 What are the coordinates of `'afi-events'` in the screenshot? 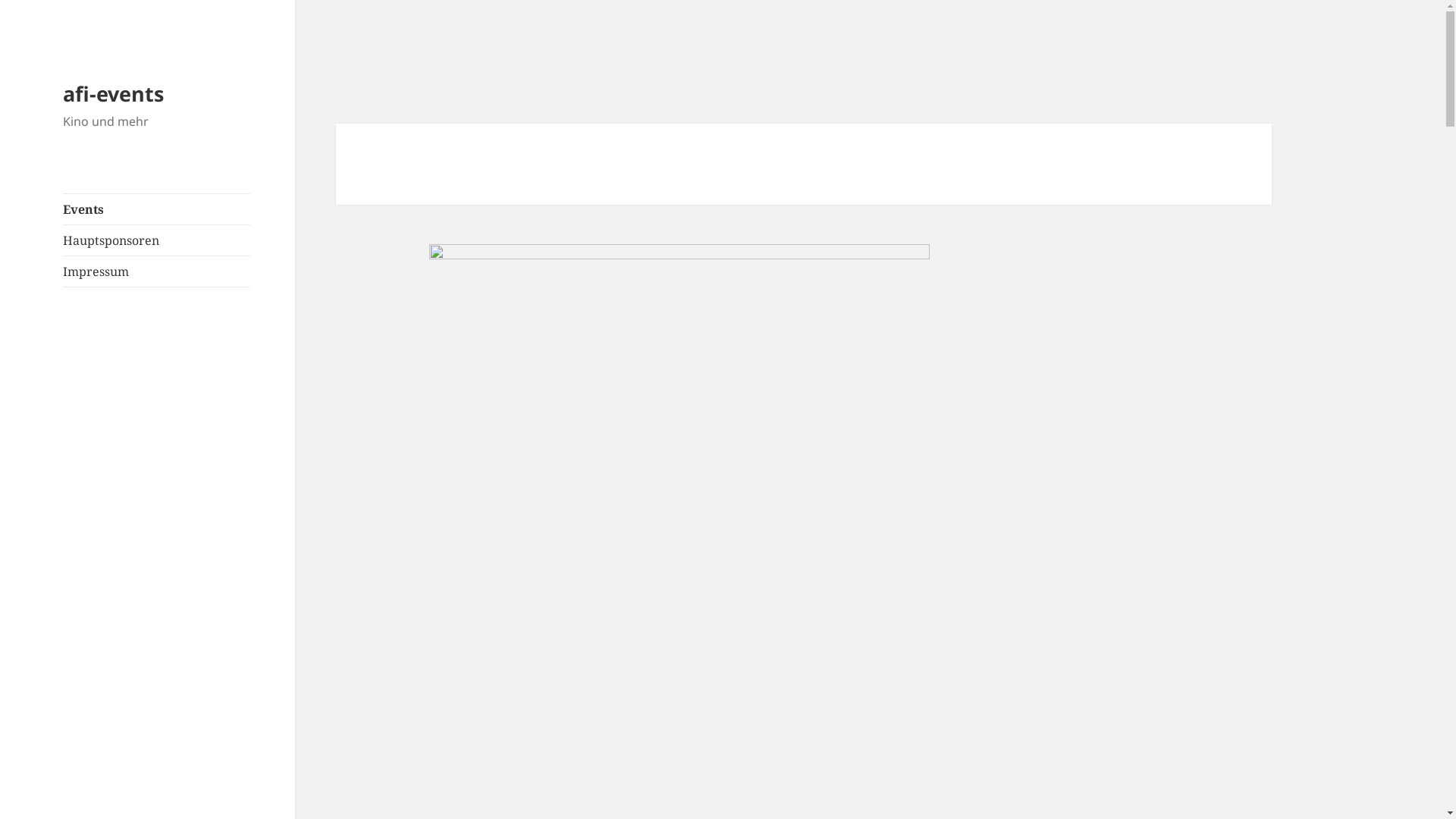 It's located at (61, 93).